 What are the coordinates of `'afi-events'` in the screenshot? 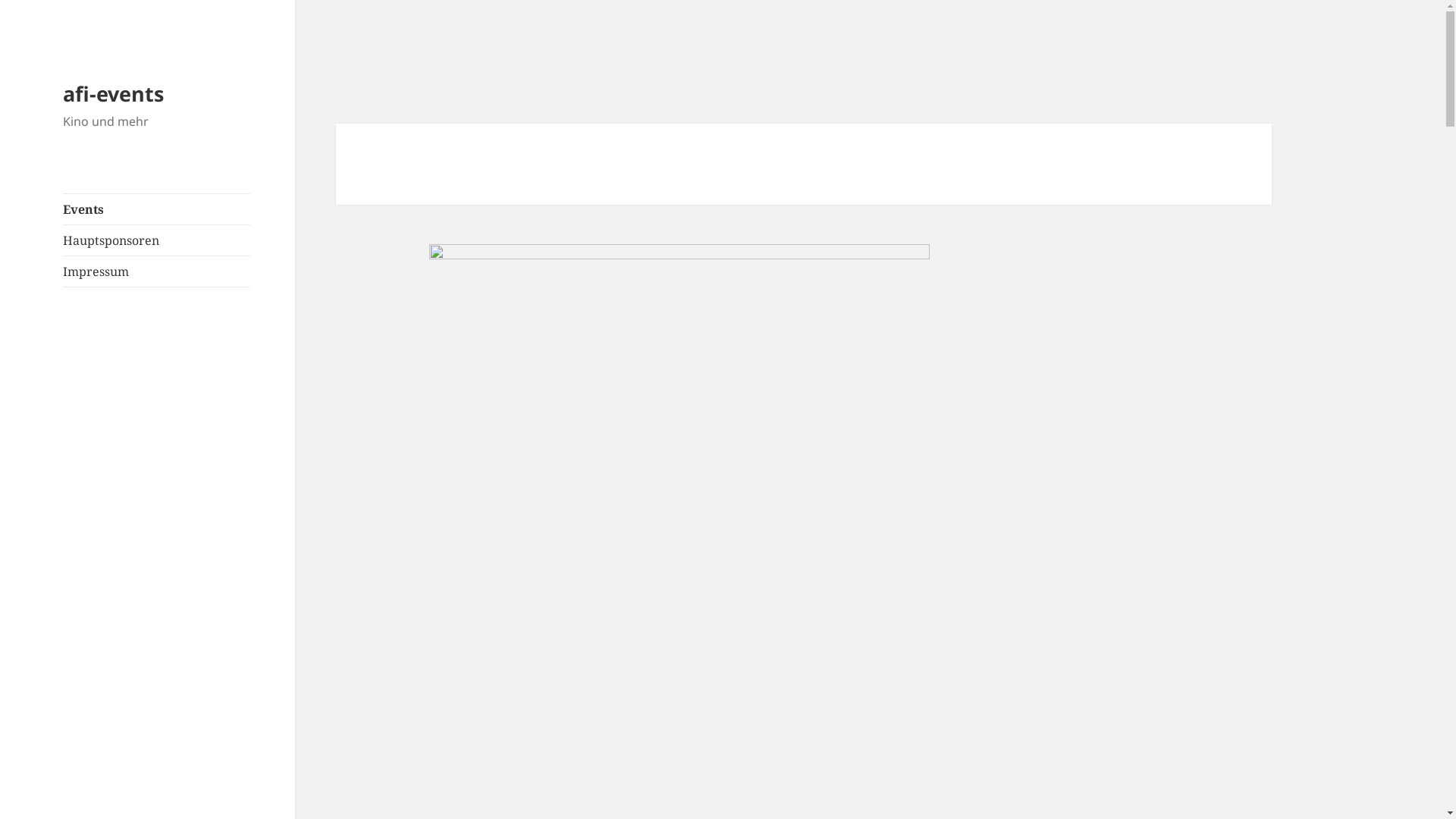 It's located at (61, 93).